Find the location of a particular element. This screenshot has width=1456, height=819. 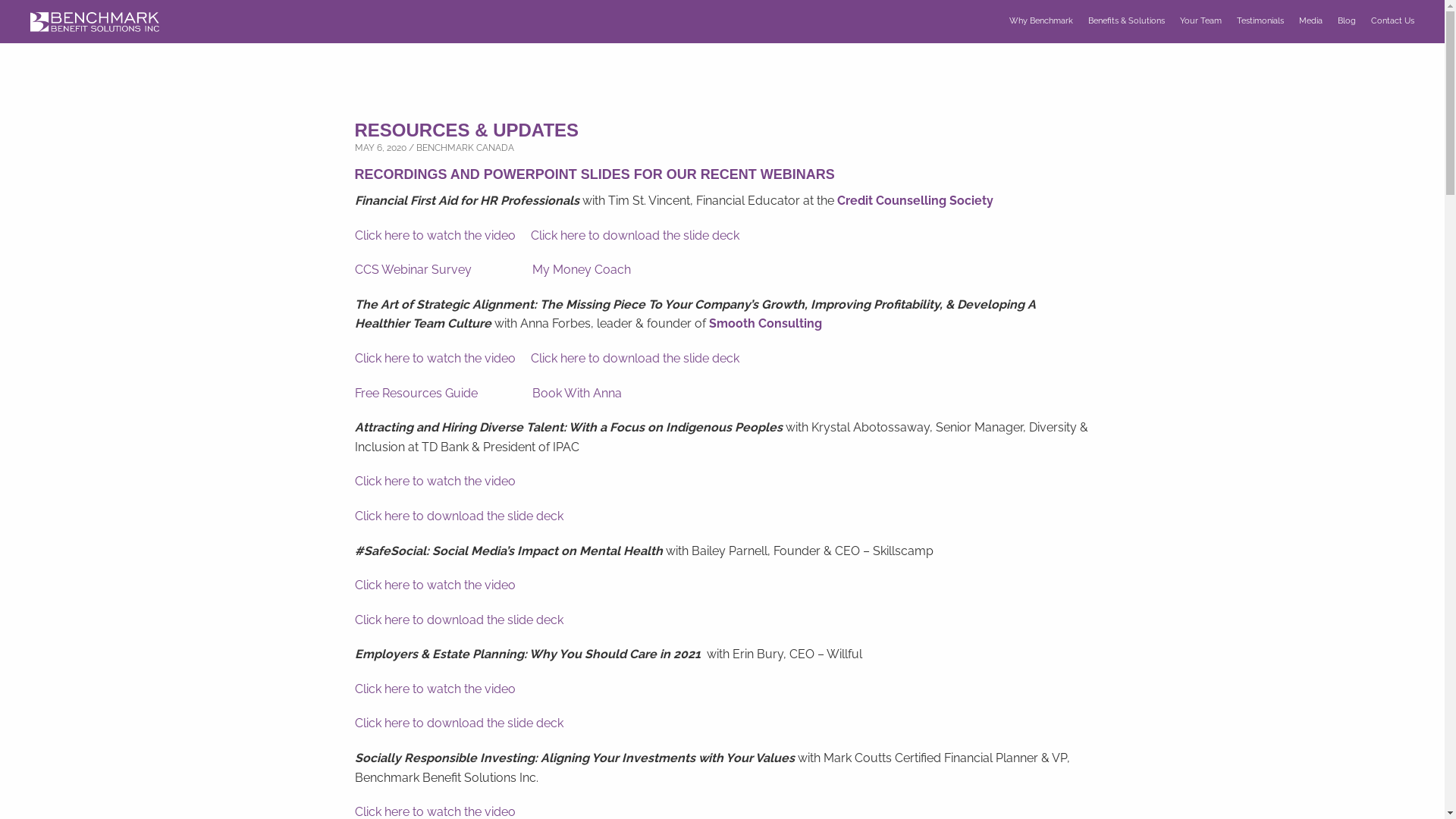

'Free Resources Guide' is located at coordinates (353, 392).